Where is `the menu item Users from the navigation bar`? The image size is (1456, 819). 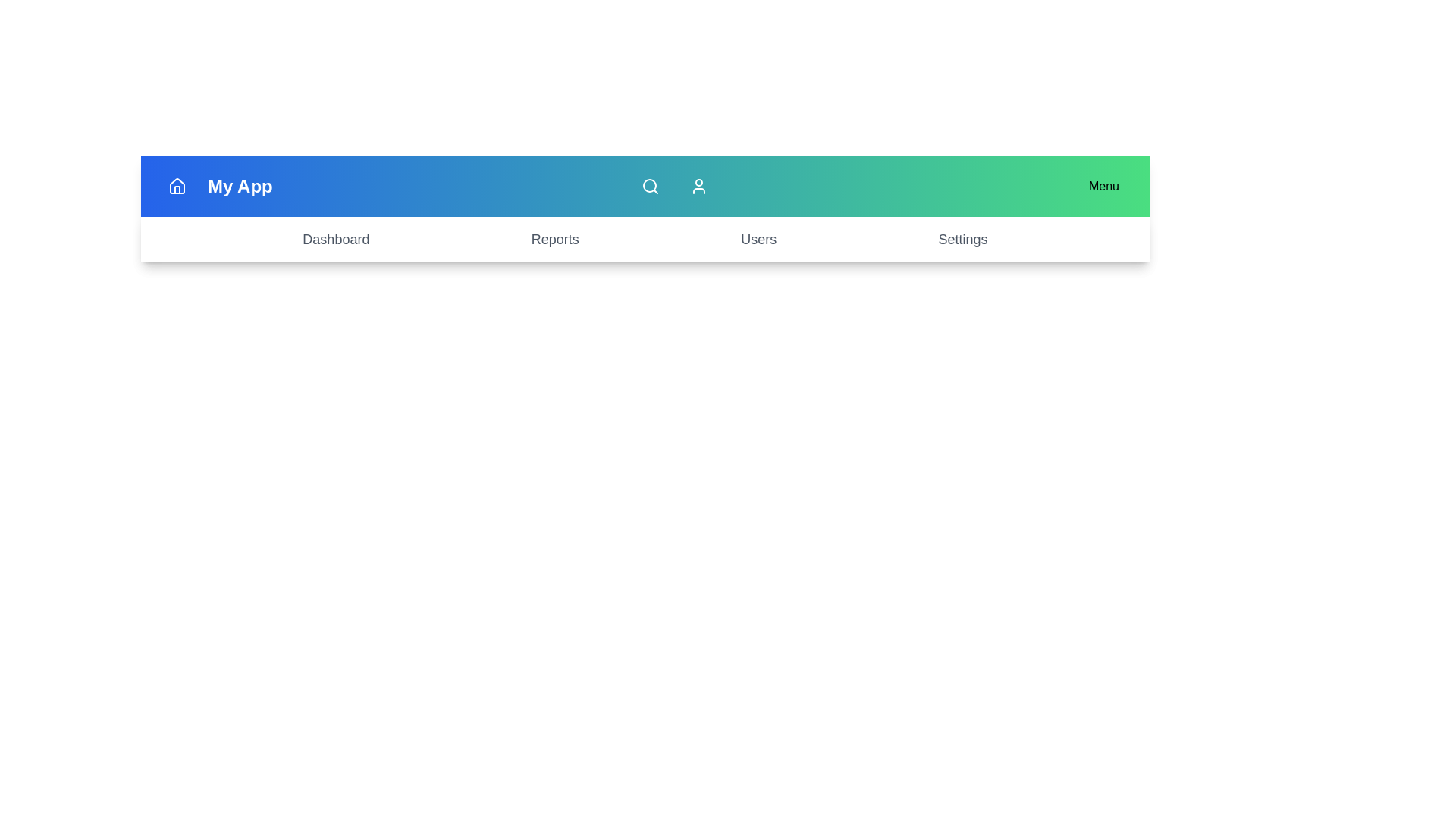
the menu item Users from the navigation bar is located at coordinates (758, 239).